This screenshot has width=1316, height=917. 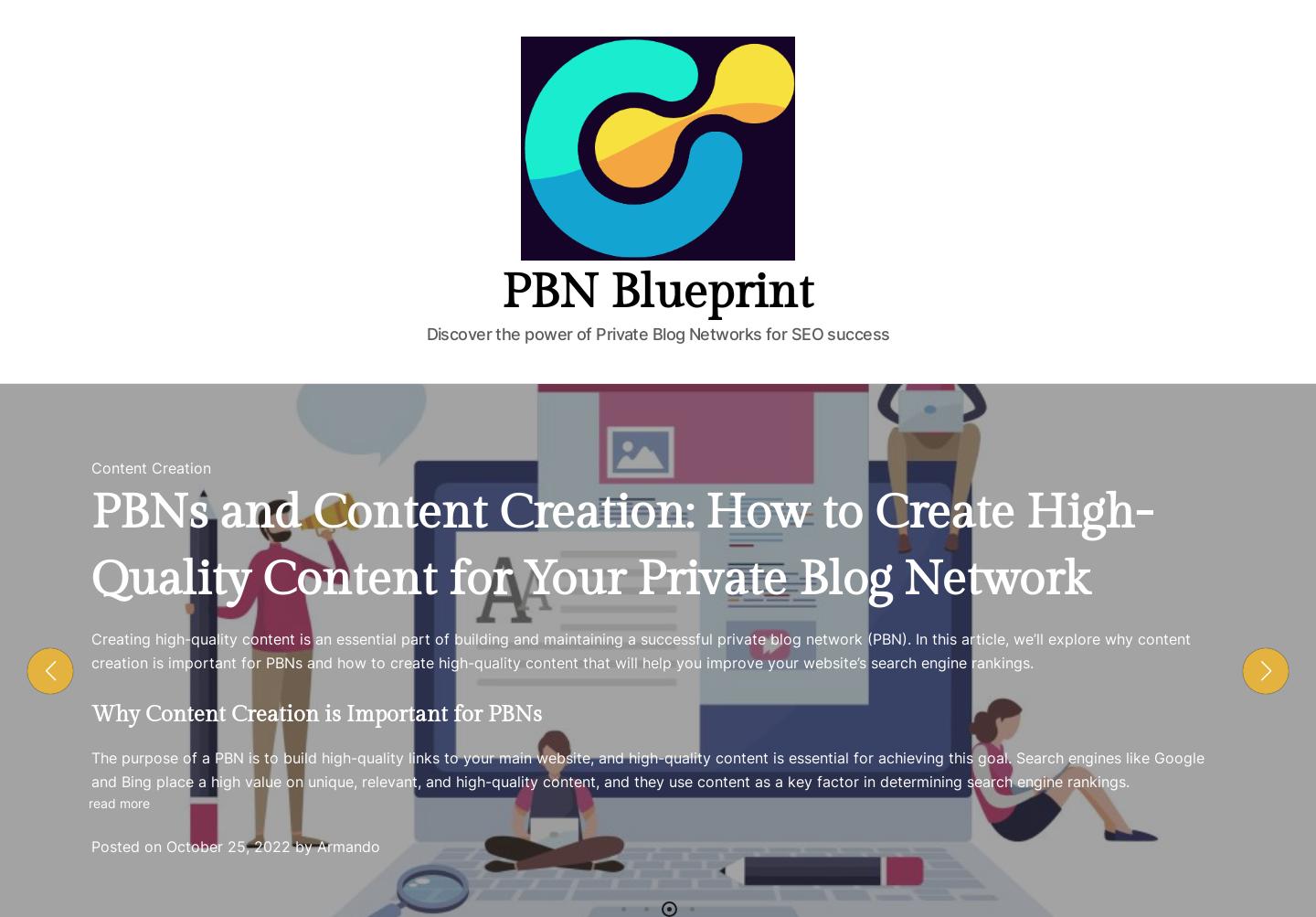 What do you see at coordinates (123, 34) in the screenshot?
I see `'By'` at bounding box center [123, 34].